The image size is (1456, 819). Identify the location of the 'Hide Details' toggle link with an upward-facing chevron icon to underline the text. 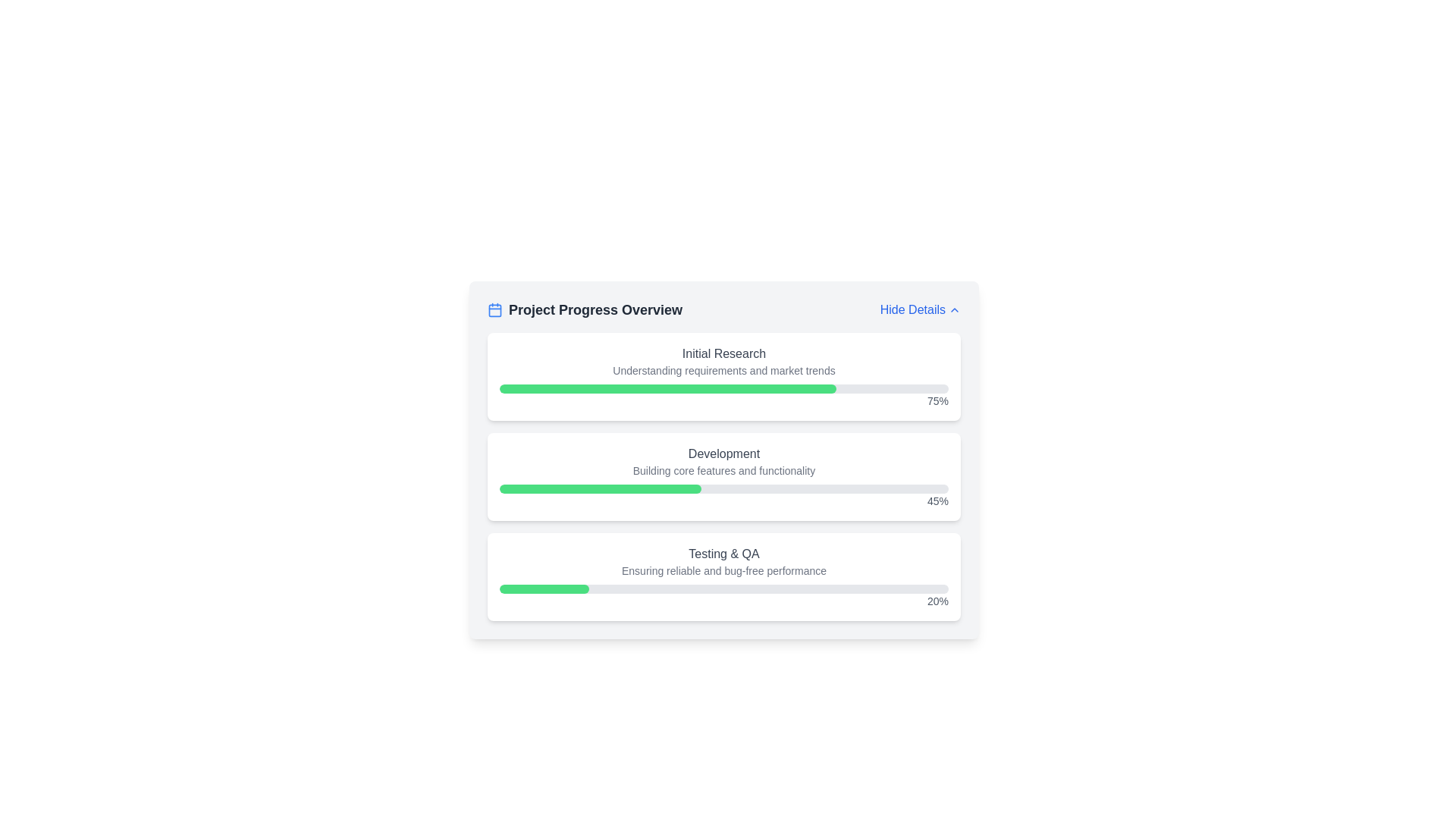
(919, 309).